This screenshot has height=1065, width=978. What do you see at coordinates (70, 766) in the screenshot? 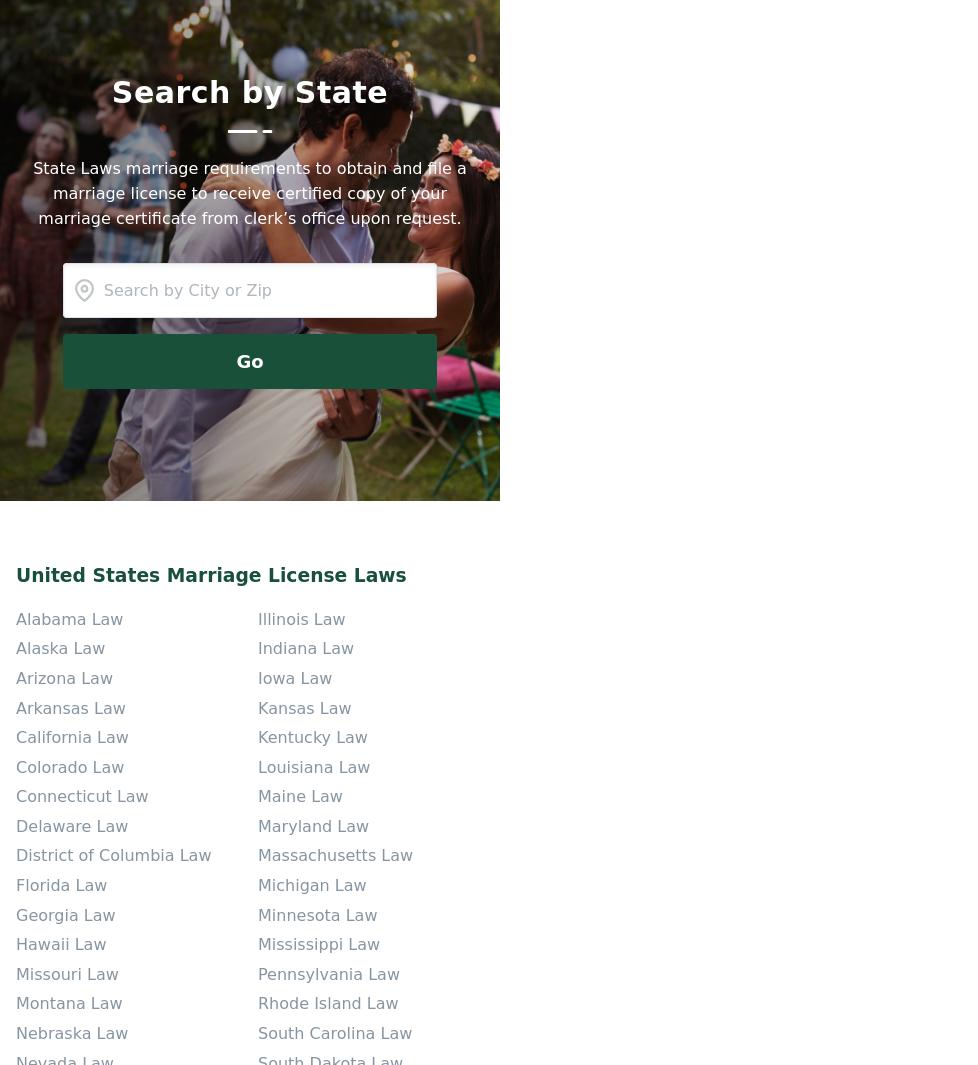
I see `'Colorado Law'` at bounding box center [70, 766].